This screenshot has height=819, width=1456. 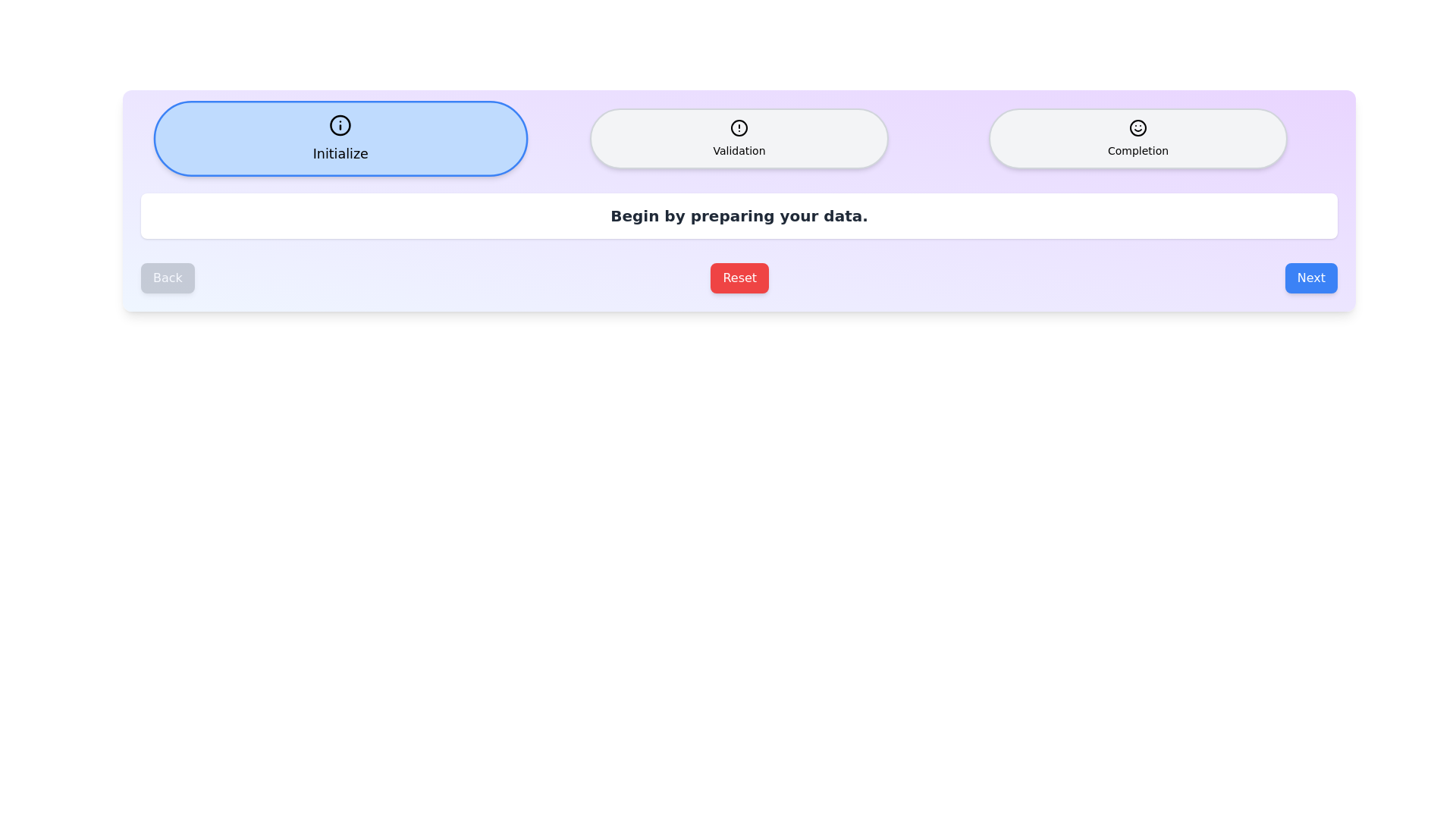 What do you see at coordinates (739, 138) in the screenshot?
I see `the step icon for Validation to display its information` at bounding box center [739, 138].